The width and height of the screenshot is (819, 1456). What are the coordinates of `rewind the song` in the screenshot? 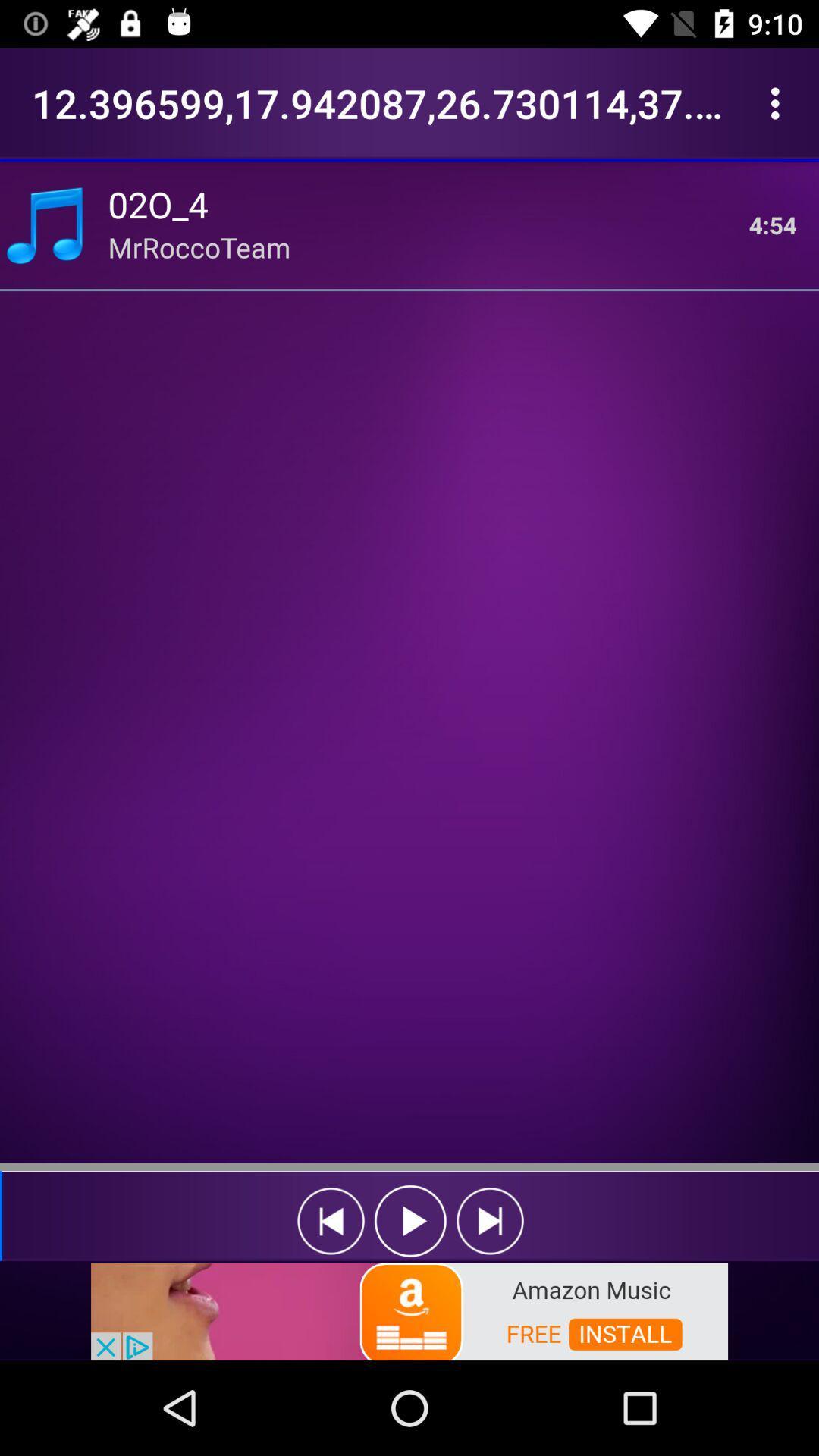 It's located at (330, 1221).